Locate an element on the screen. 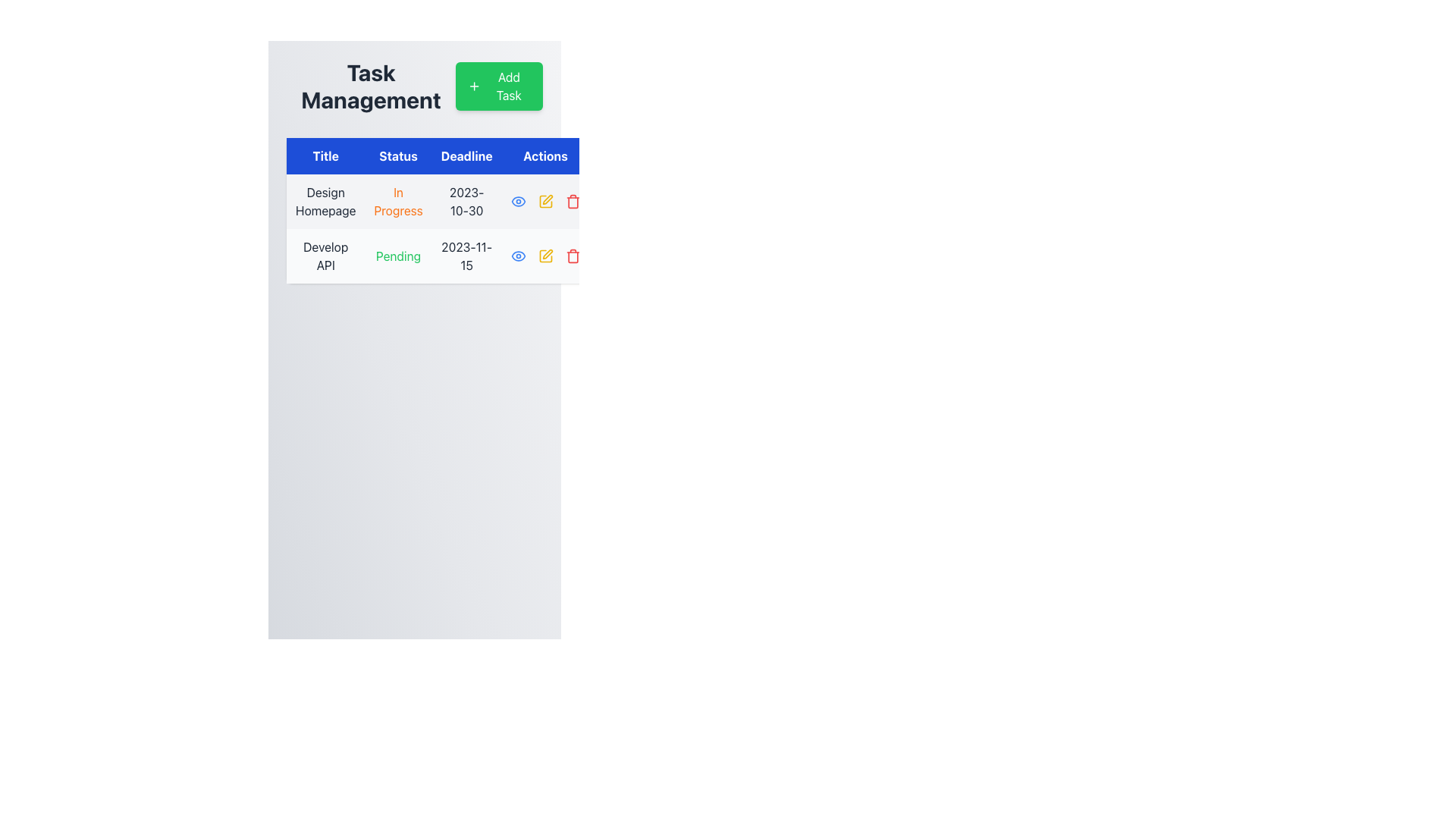 This screenshot has height=819, width=1456. the 'Title' column header cell of the table, which is the first item in a row of four elements and is located at the top-left corner of the table is located at coordinates (325, 155).